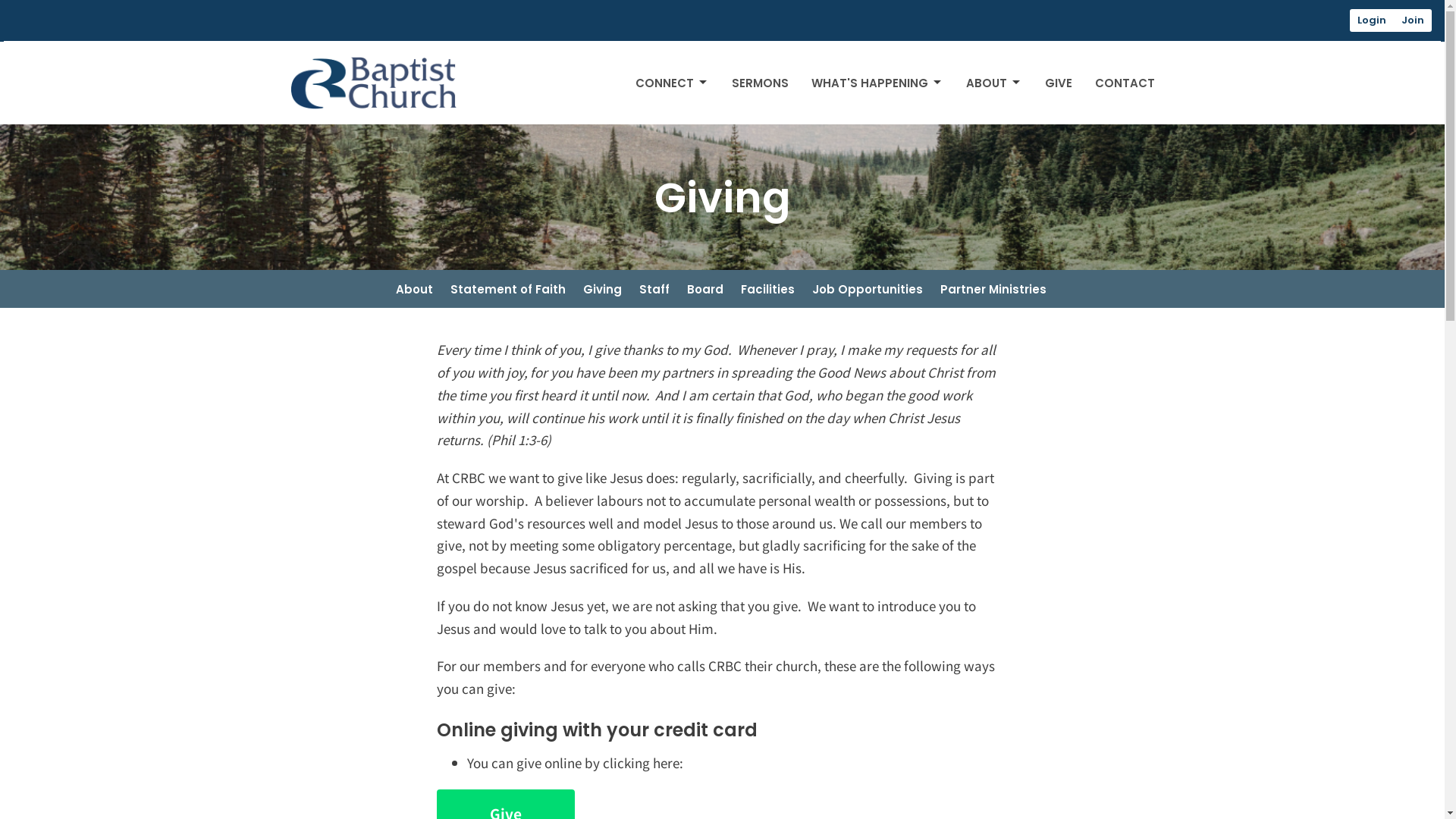 This screenshot has width=1456, height=819. I want to click on 'Giving', so click(601, 289).